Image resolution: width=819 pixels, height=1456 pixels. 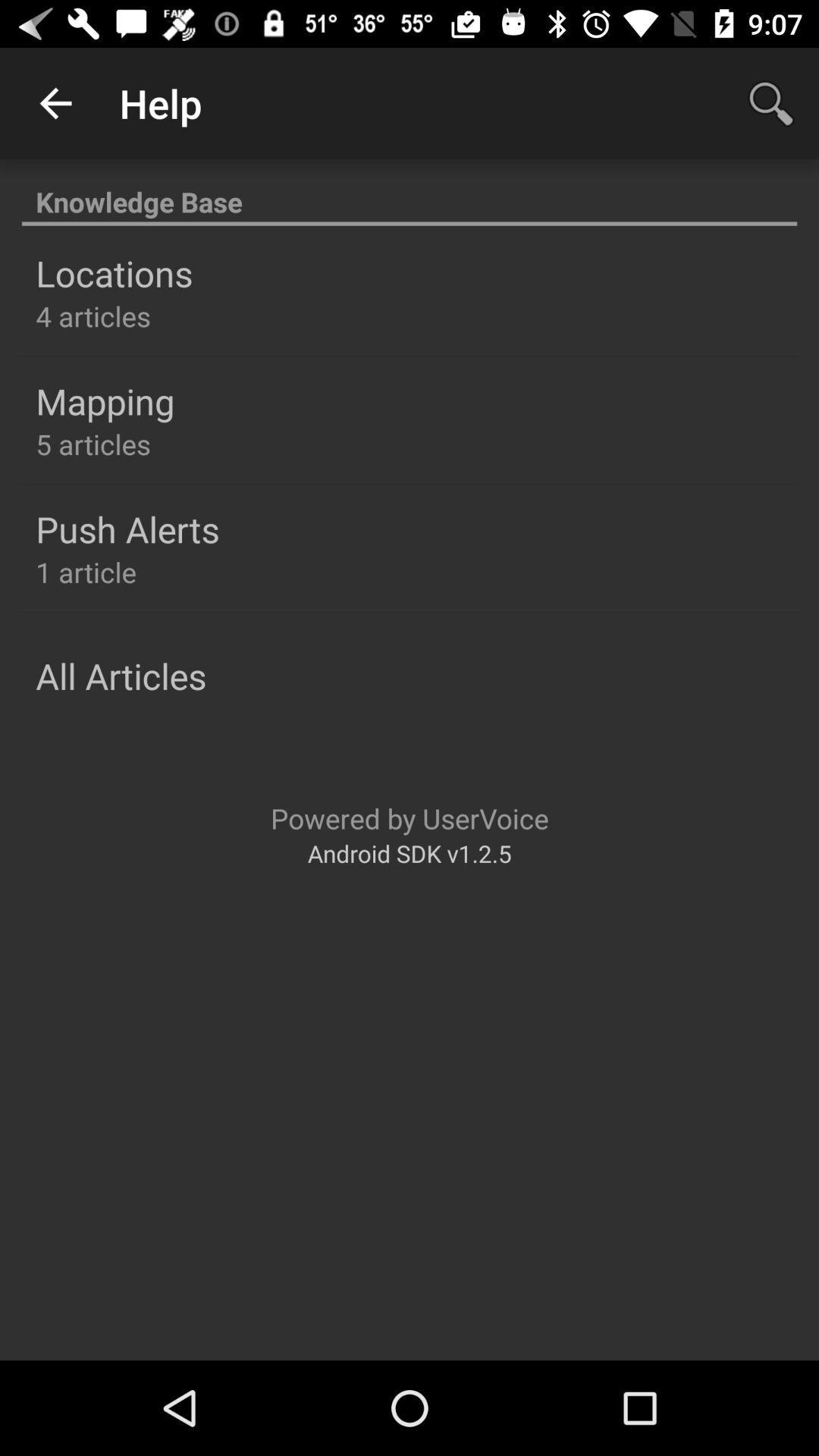 I want to click on icon below the knowledge base icon, so click(x=113, y=273).